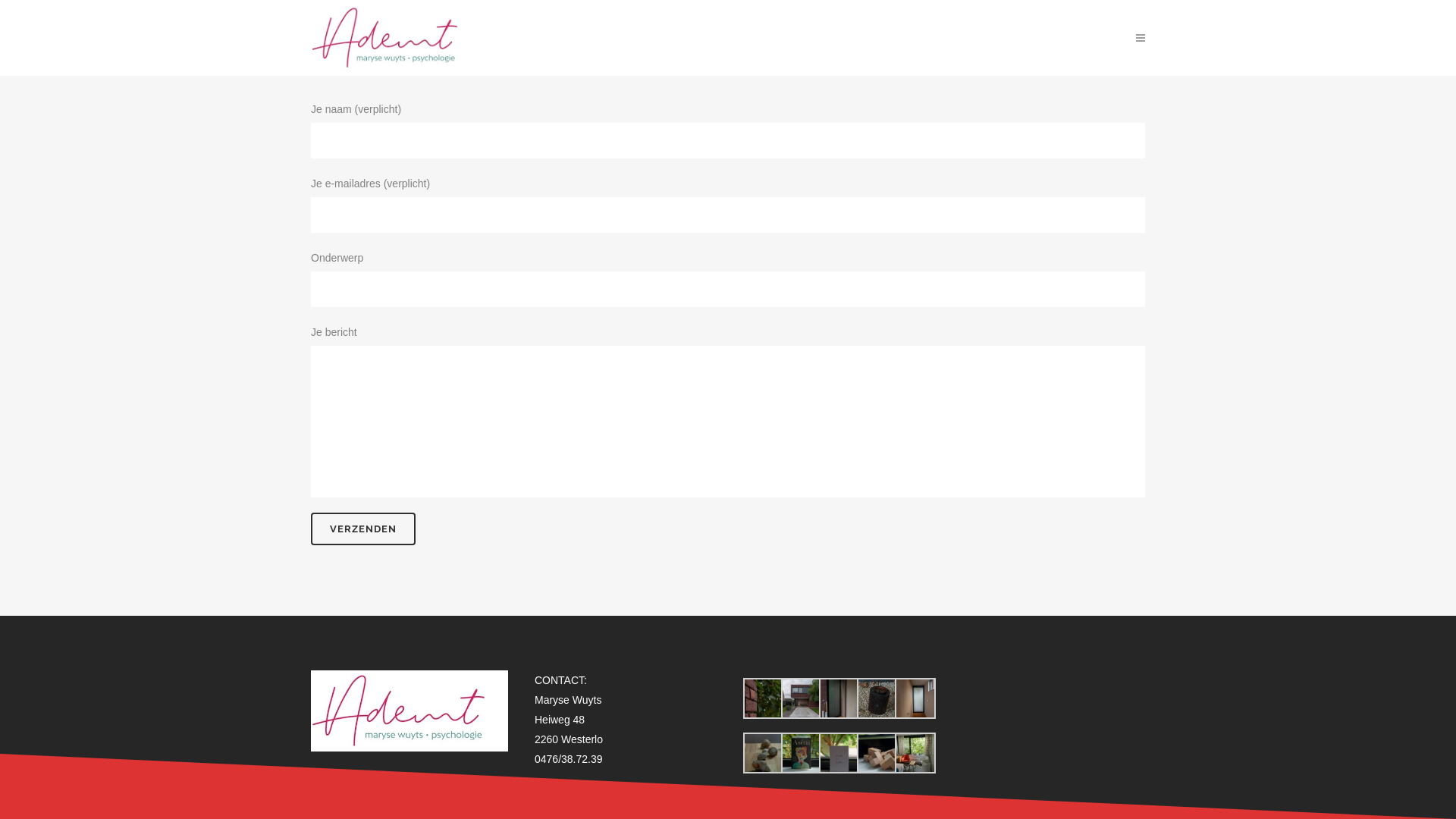 This screenshot has width=1456, height=819. Describe the element at coordinates (362, 528) in the screenshot. I see `'Verzenden'` at that location.